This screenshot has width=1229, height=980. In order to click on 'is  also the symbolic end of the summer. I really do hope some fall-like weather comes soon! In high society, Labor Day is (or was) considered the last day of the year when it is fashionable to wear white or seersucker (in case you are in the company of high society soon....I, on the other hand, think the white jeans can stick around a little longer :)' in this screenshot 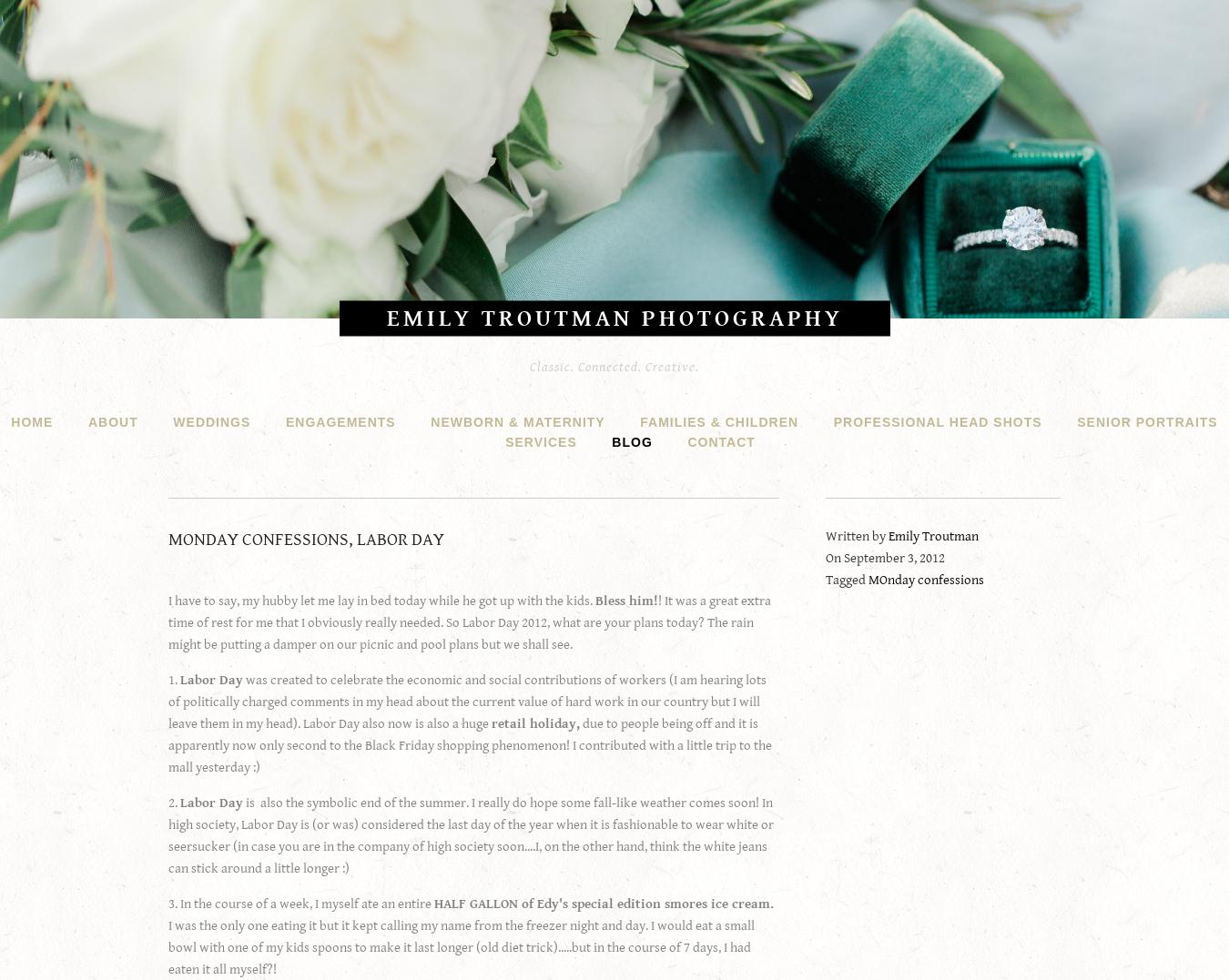, I will do `click(470, 834)`.